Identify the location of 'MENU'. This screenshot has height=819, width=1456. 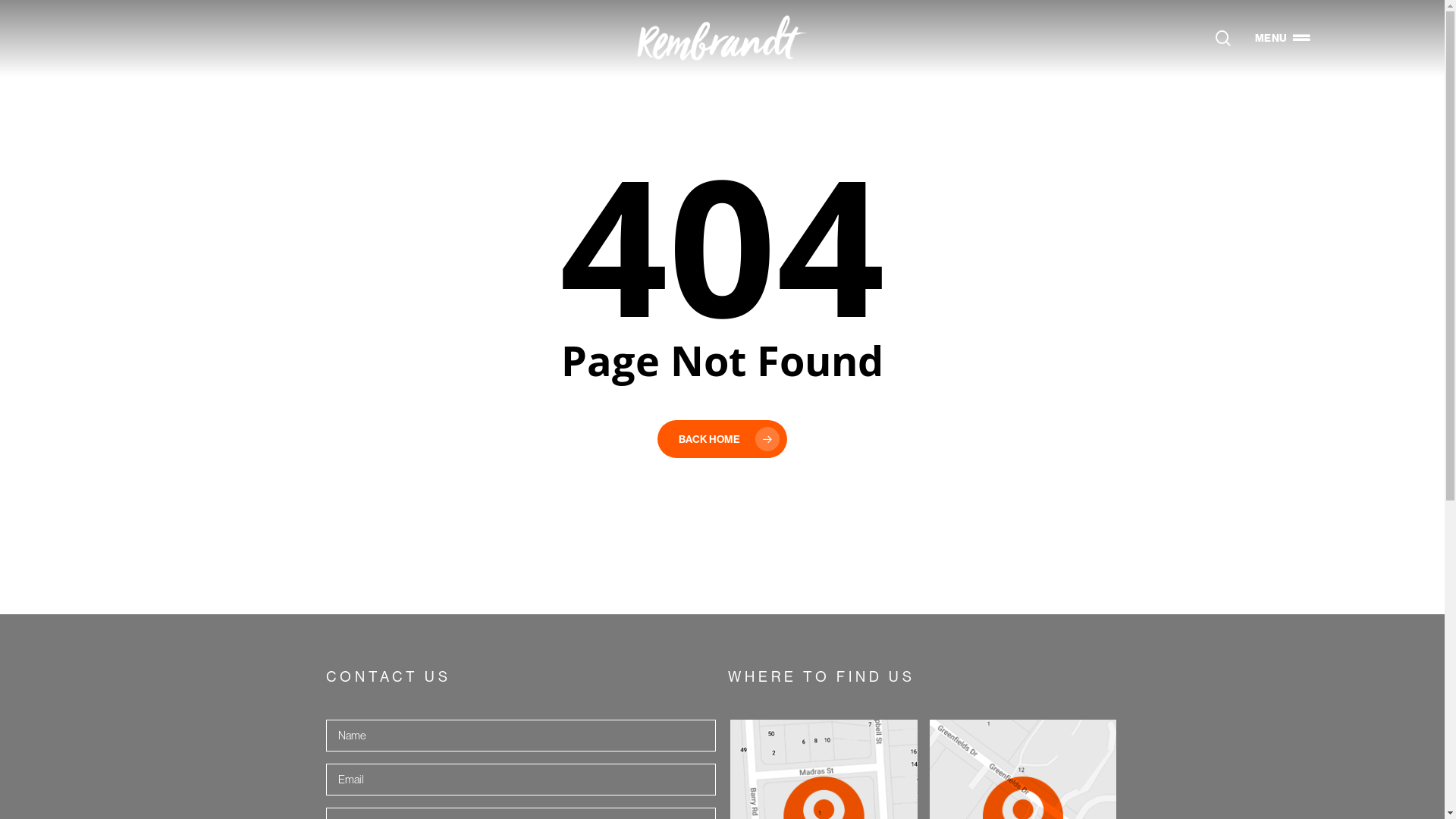
(1280, 37).